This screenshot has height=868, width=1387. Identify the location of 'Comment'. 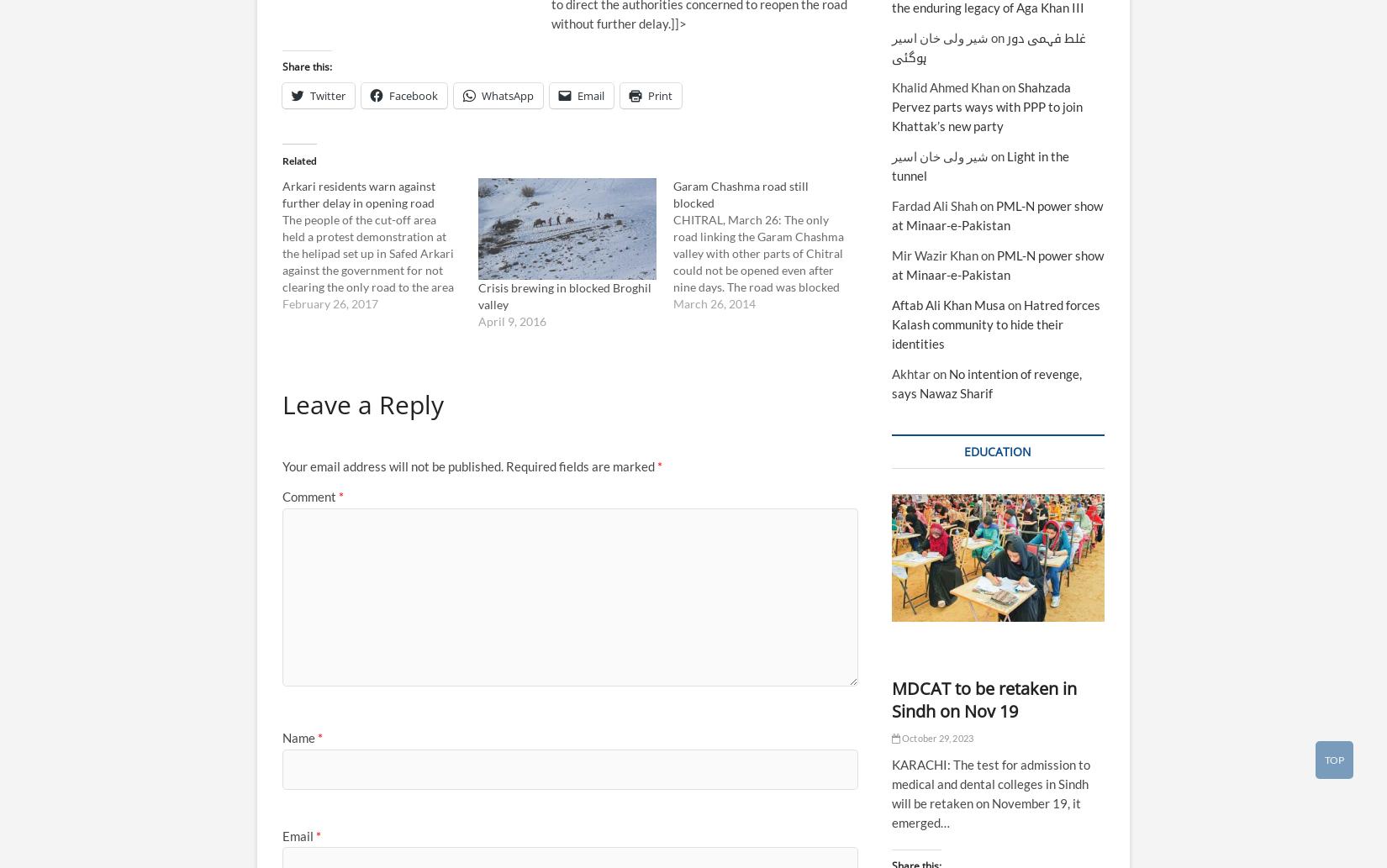
(282, 495).